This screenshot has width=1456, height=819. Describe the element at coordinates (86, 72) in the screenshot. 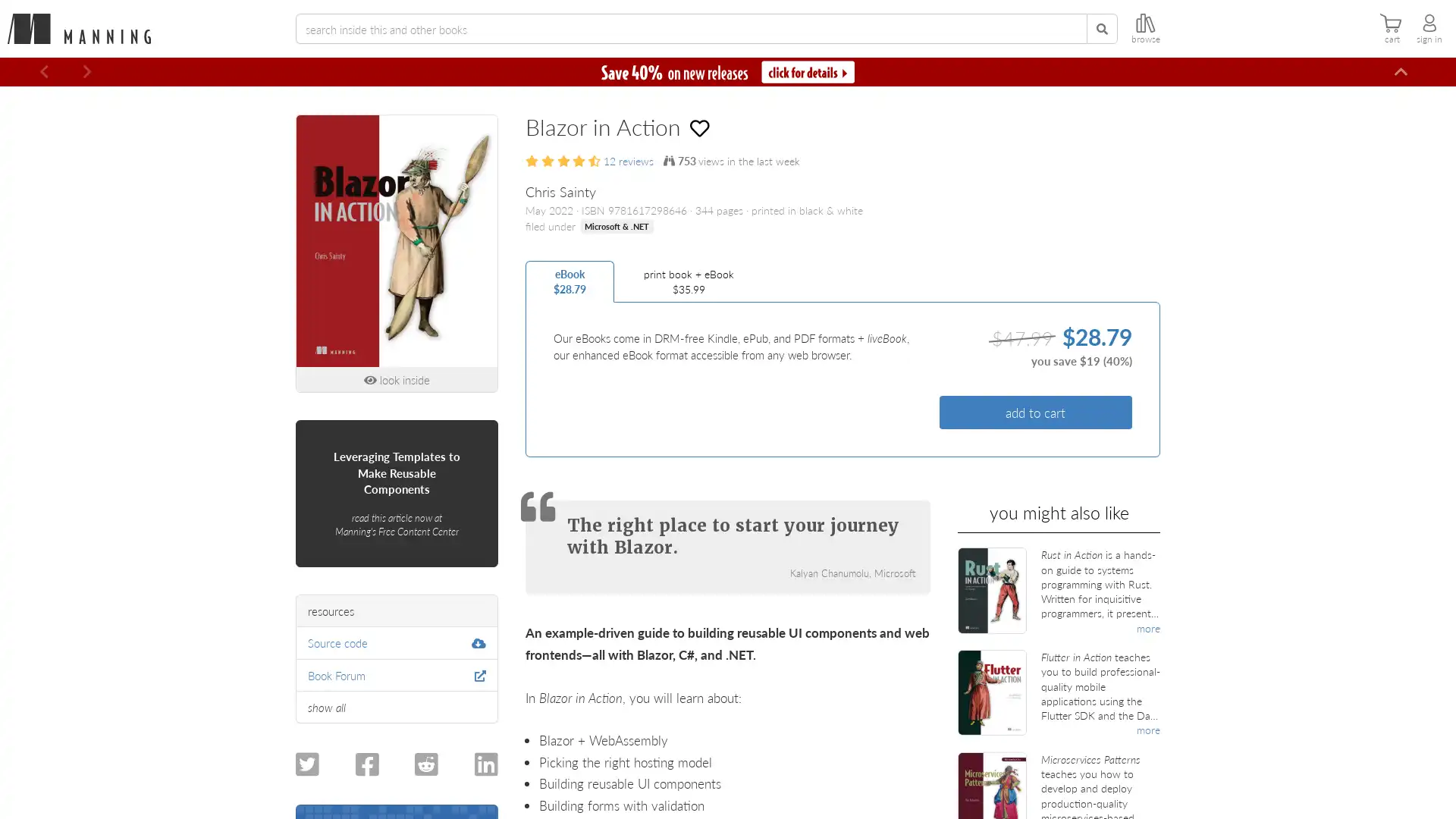

I see `Next` at that location.